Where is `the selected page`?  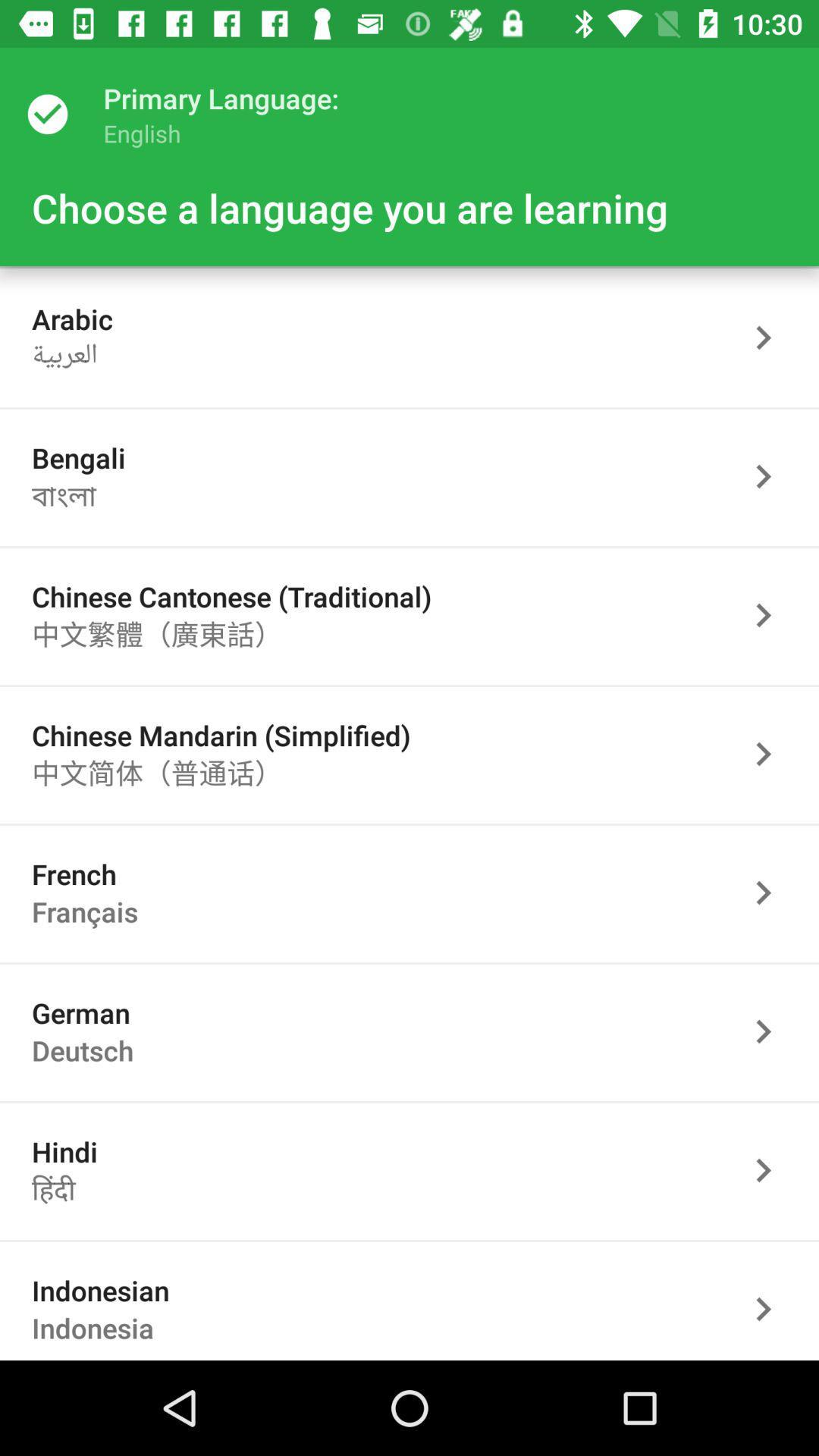
the selected page is located at coordinates (771, 1169).